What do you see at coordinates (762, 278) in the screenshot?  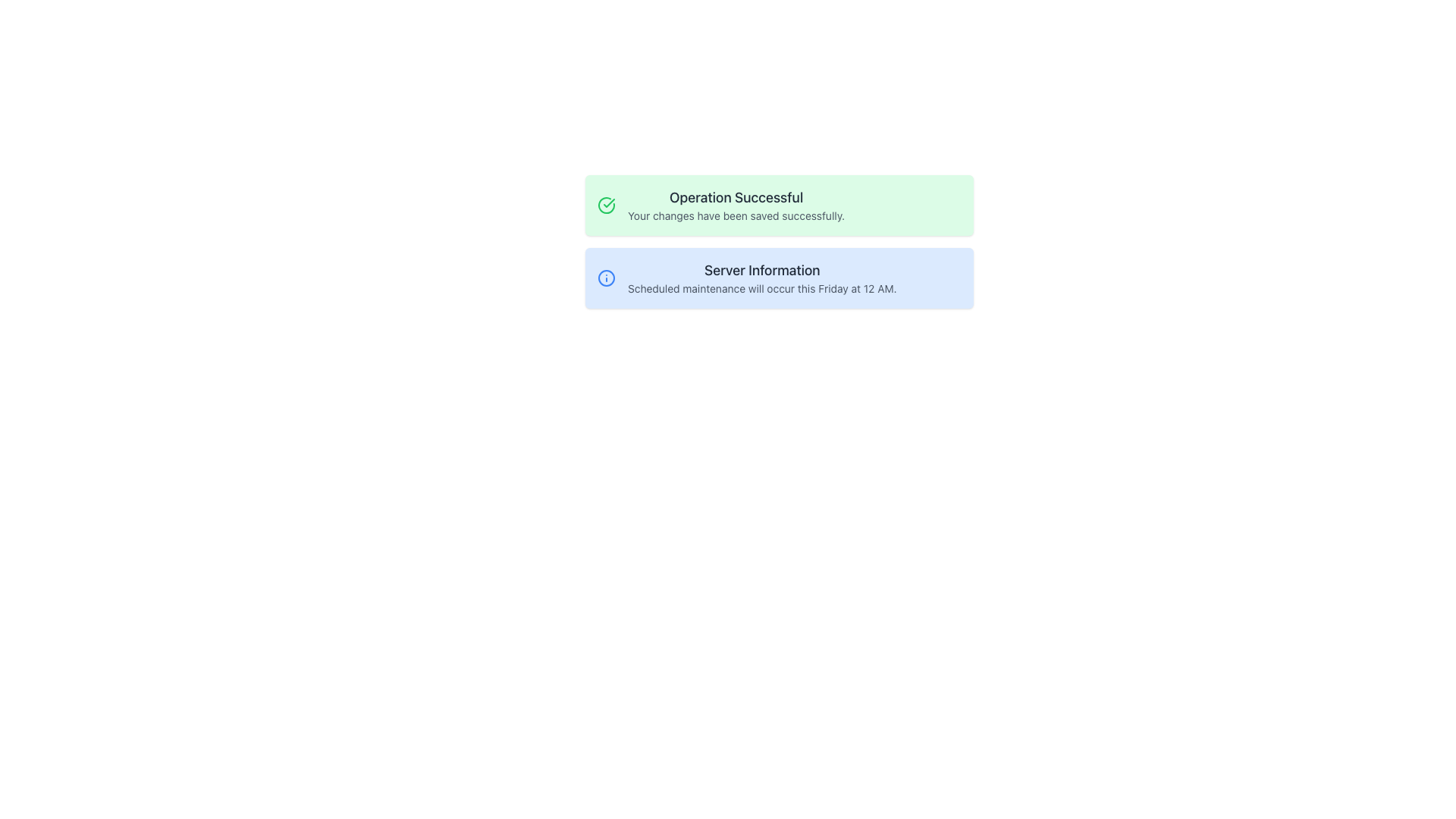 I see `the text block that notifies the user about upcoming server maintenance` at bounding box center [762, 278].